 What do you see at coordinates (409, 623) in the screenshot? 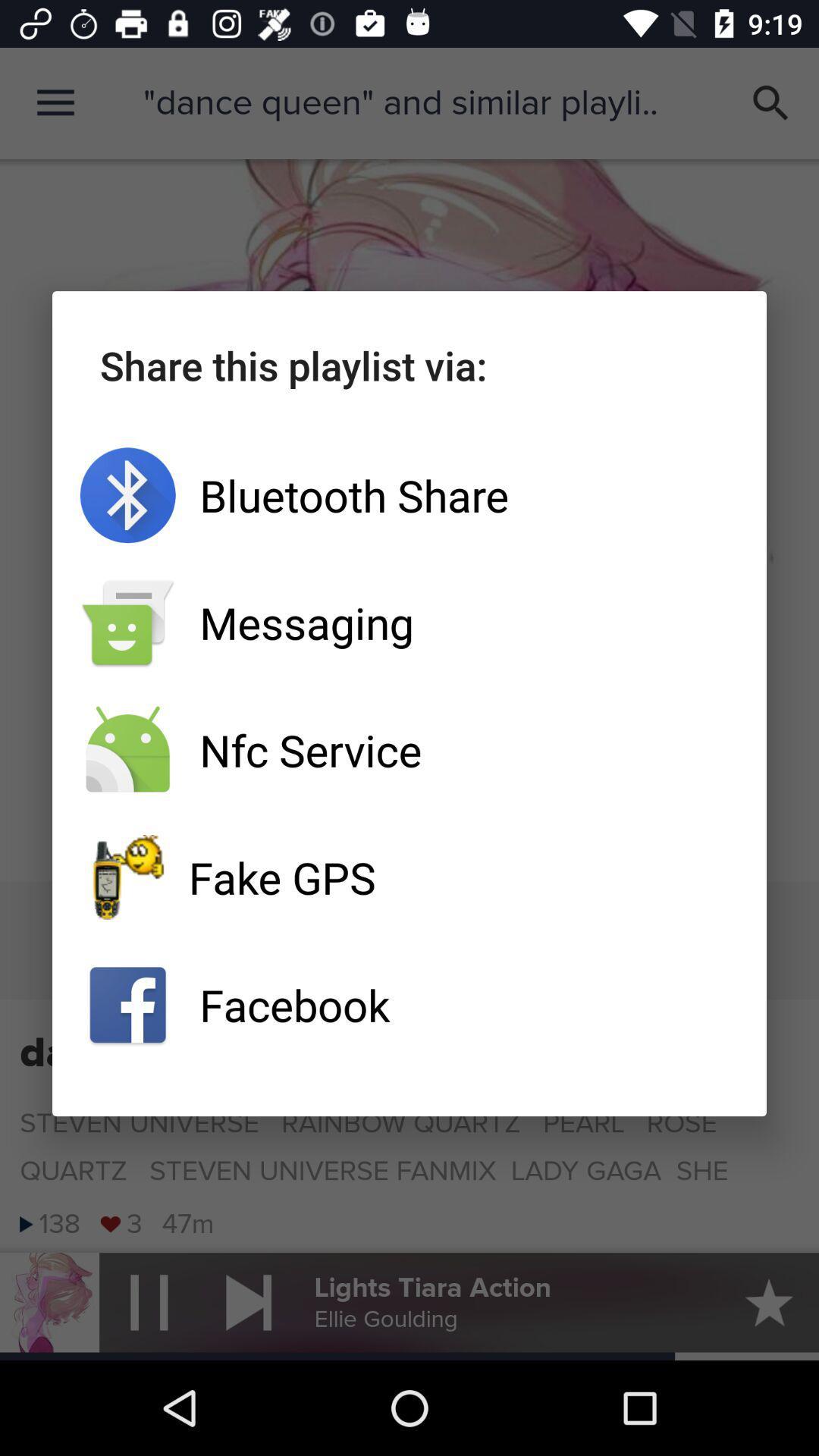
I see `messaging` at bounding box center [409, 623].